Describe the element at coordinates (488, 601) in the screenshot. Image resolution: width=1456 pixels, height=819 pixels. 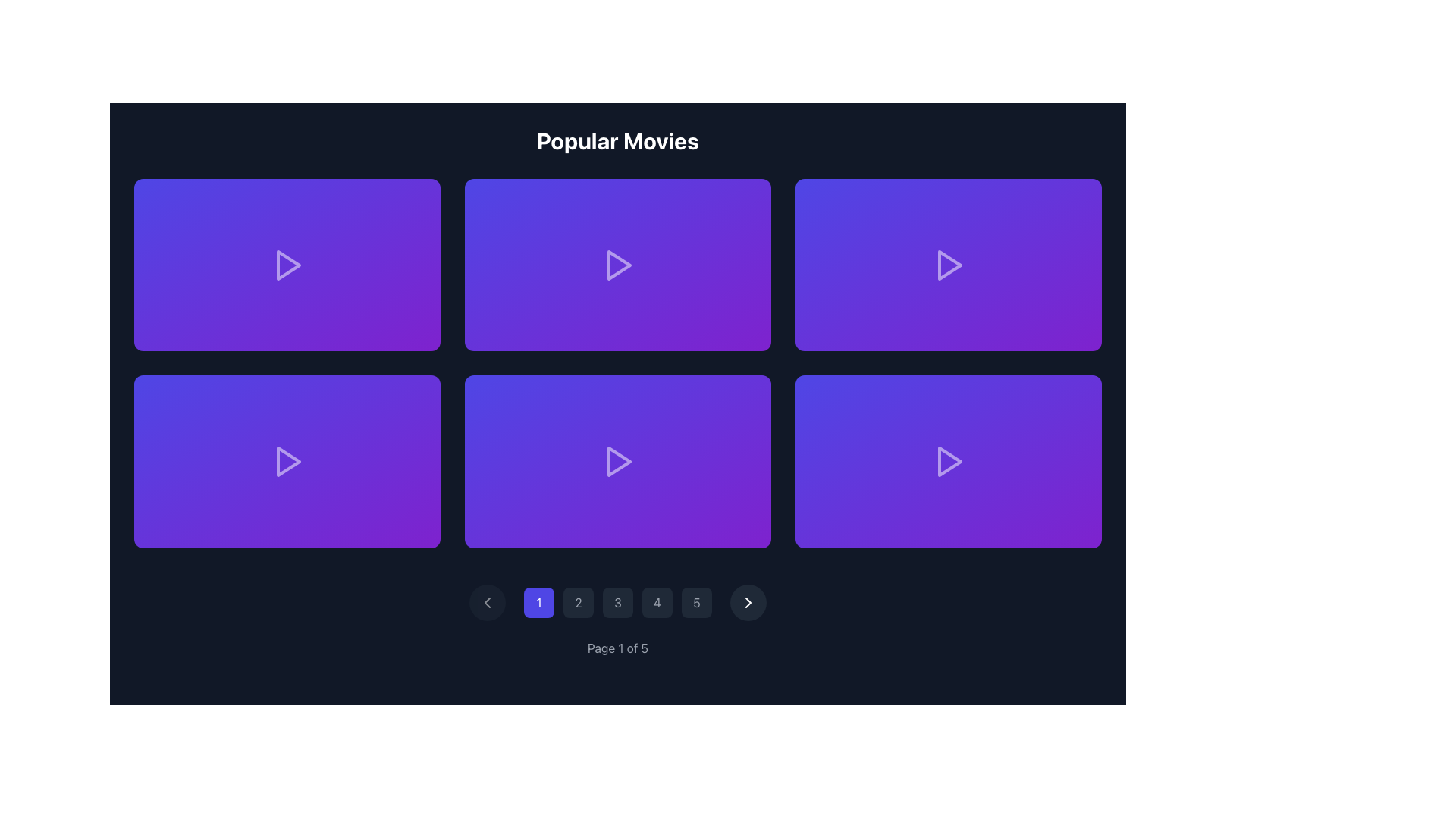
I see `the left-facing chevron icon within the circular button located in the pagination control area` at that location.